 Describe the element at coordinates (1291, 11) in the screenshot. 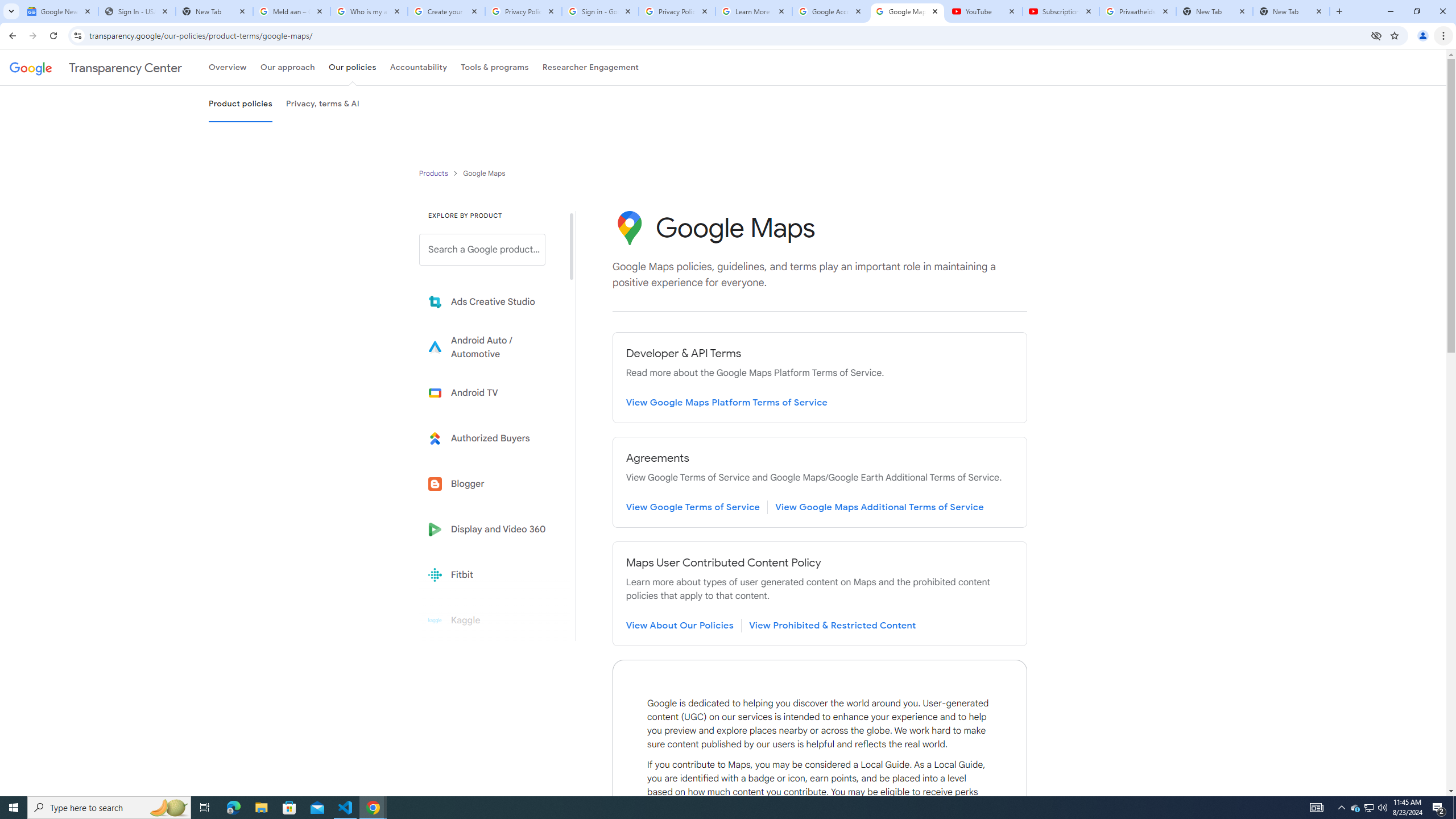

I see `'New Tab'` at that location.